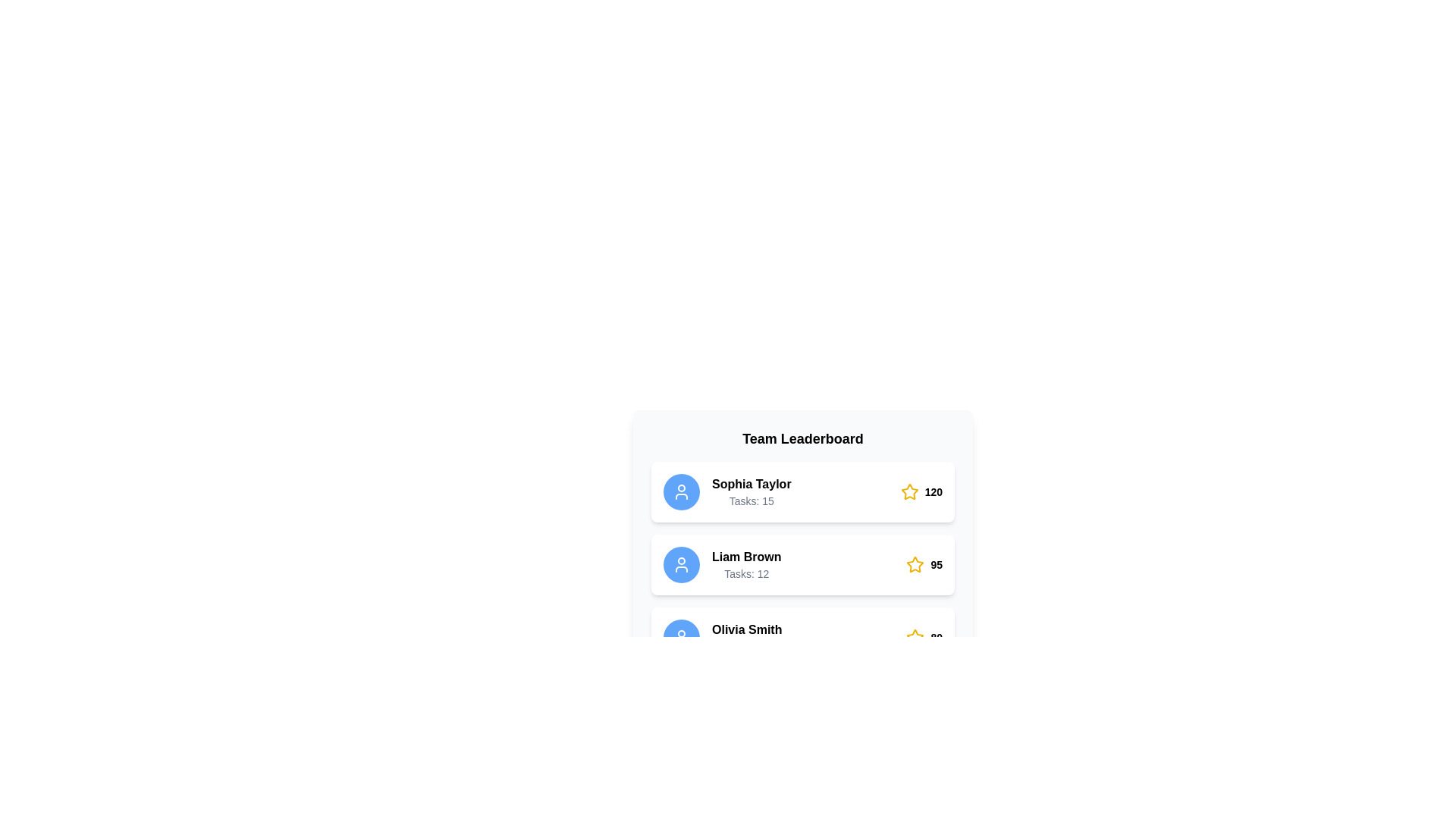  I want to click on the Rating indicator with numerical value '80' for user Olivia Smith, located at the bottommost card, so click(924, 637).